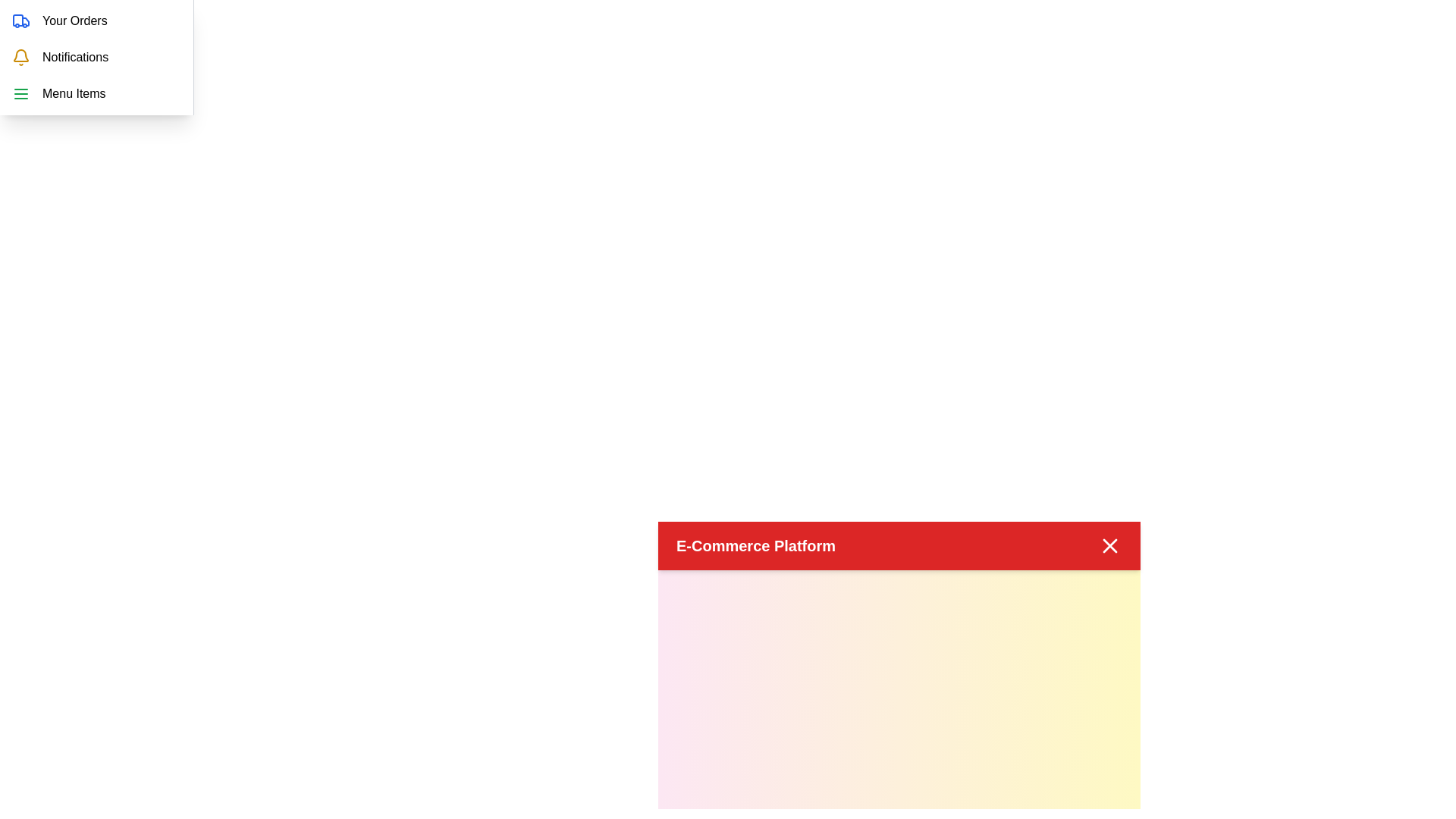  What do you see at coordinates (96, 20) in the screenshot?
I see `keyboard navigation` at bounding box center [96, 20].